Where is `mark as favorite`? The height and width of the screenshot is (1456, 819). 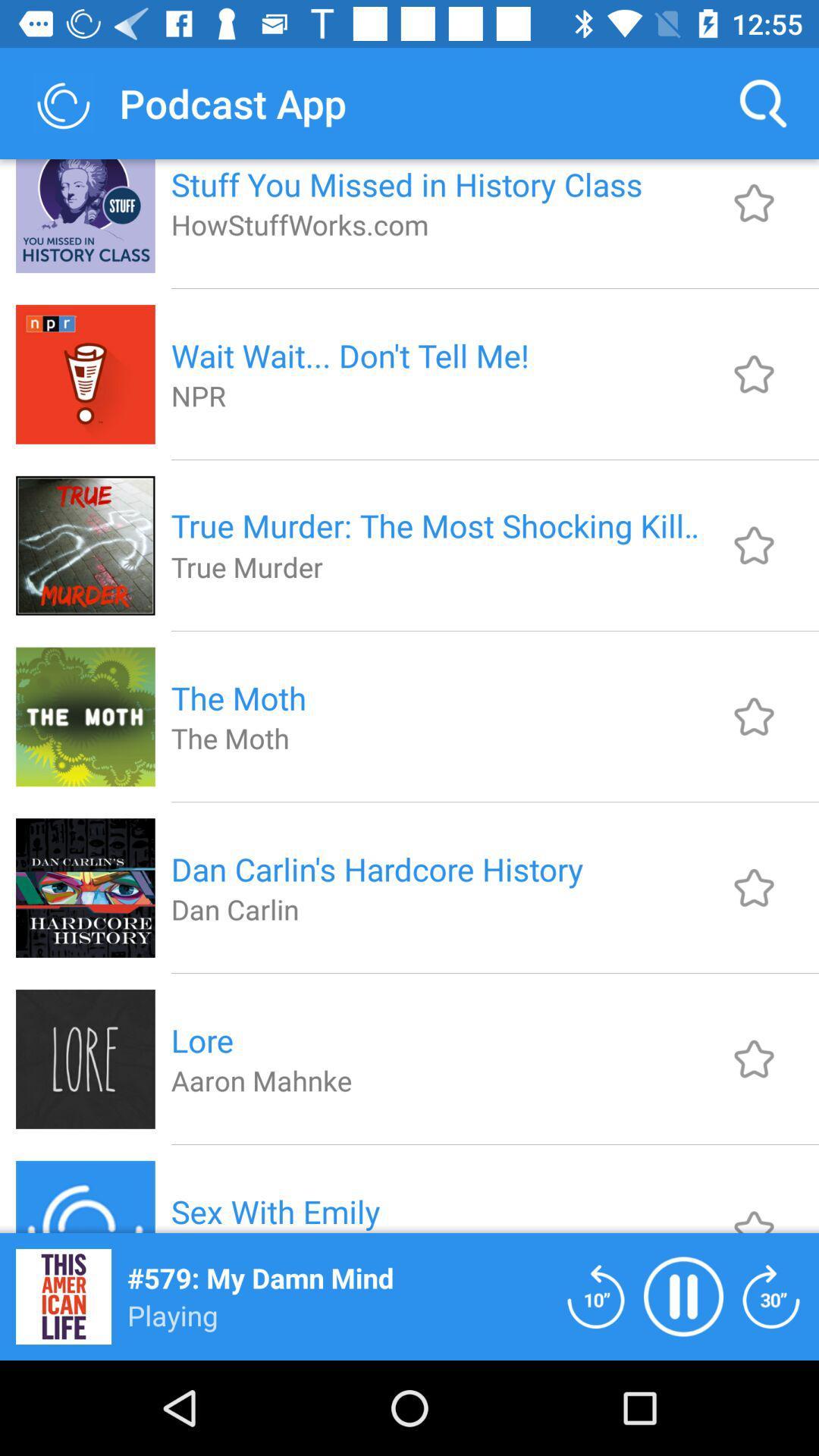
mark as favorite is located at coordinates (754, 1058).